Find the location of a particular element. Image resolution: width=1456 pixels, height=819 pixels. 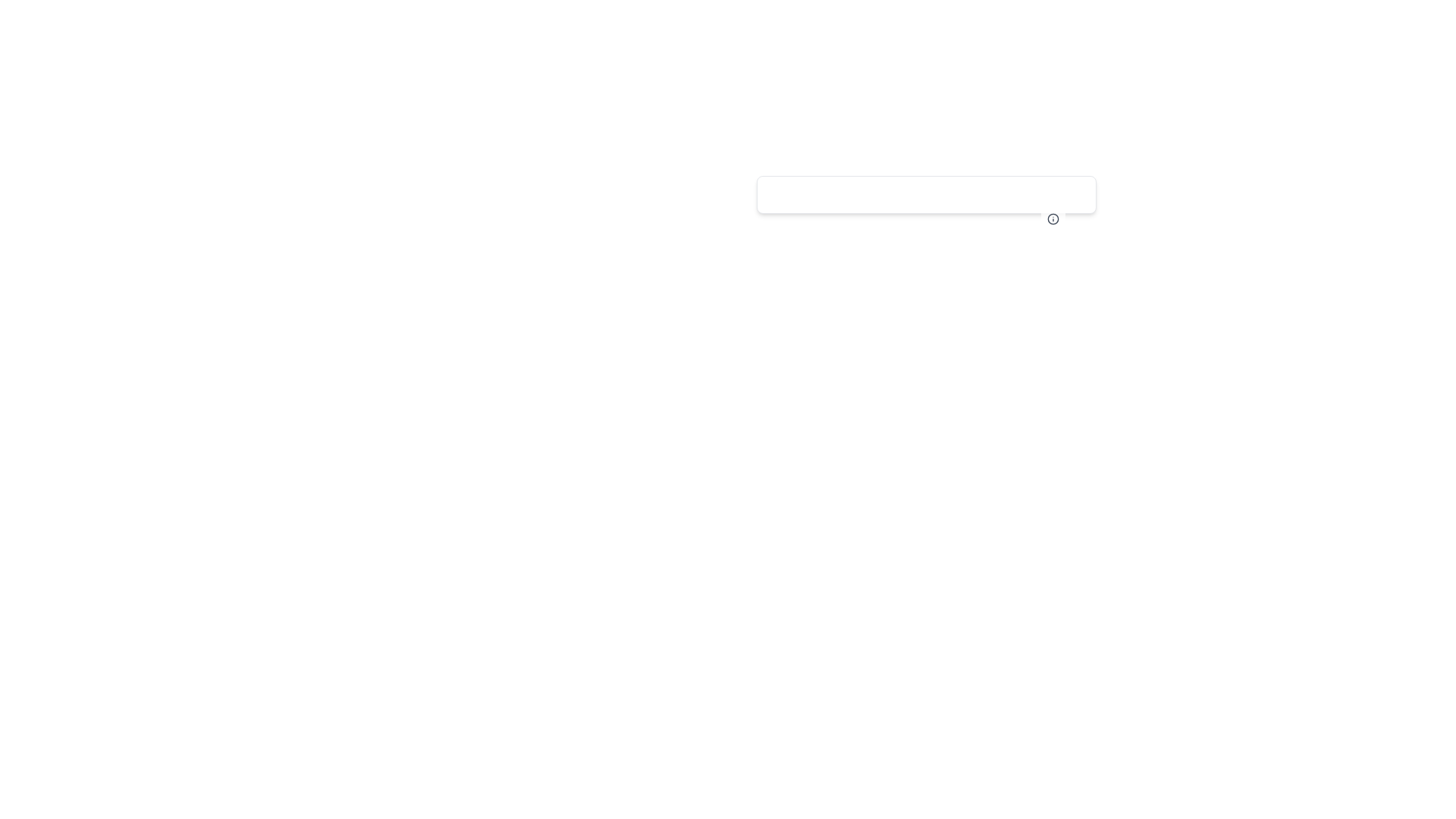

the outermost circular component of the SVG icon located to the immediate right of the text input field is located at coordinates (1052, 219).